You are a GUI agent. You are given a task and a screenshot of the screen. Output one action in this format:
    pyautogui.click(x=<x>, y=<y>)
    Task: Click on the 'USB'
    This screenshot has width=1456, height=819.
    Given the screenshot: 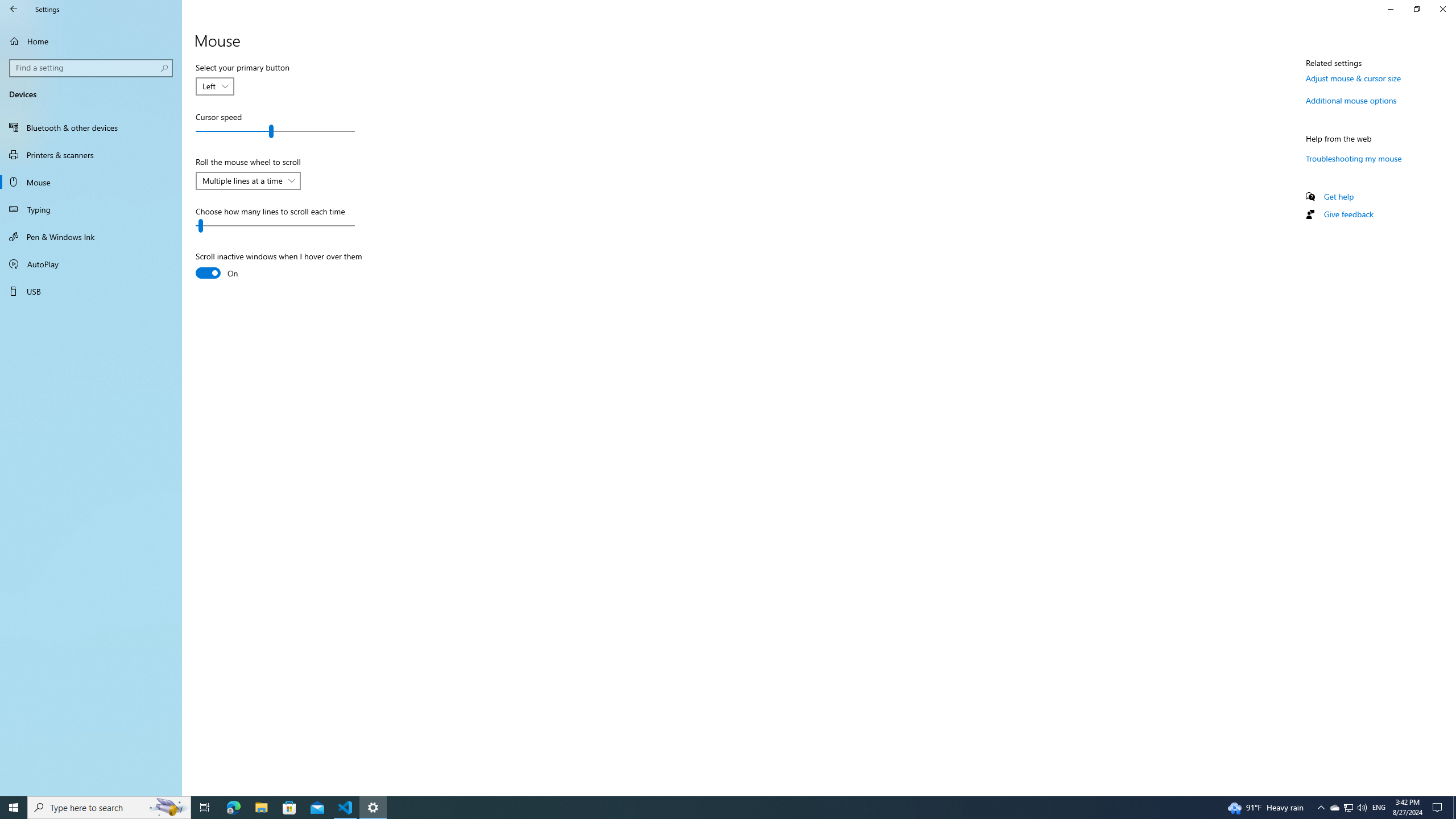 What is the action you would take?
    pyautogui.click(x=90, y=290)
    